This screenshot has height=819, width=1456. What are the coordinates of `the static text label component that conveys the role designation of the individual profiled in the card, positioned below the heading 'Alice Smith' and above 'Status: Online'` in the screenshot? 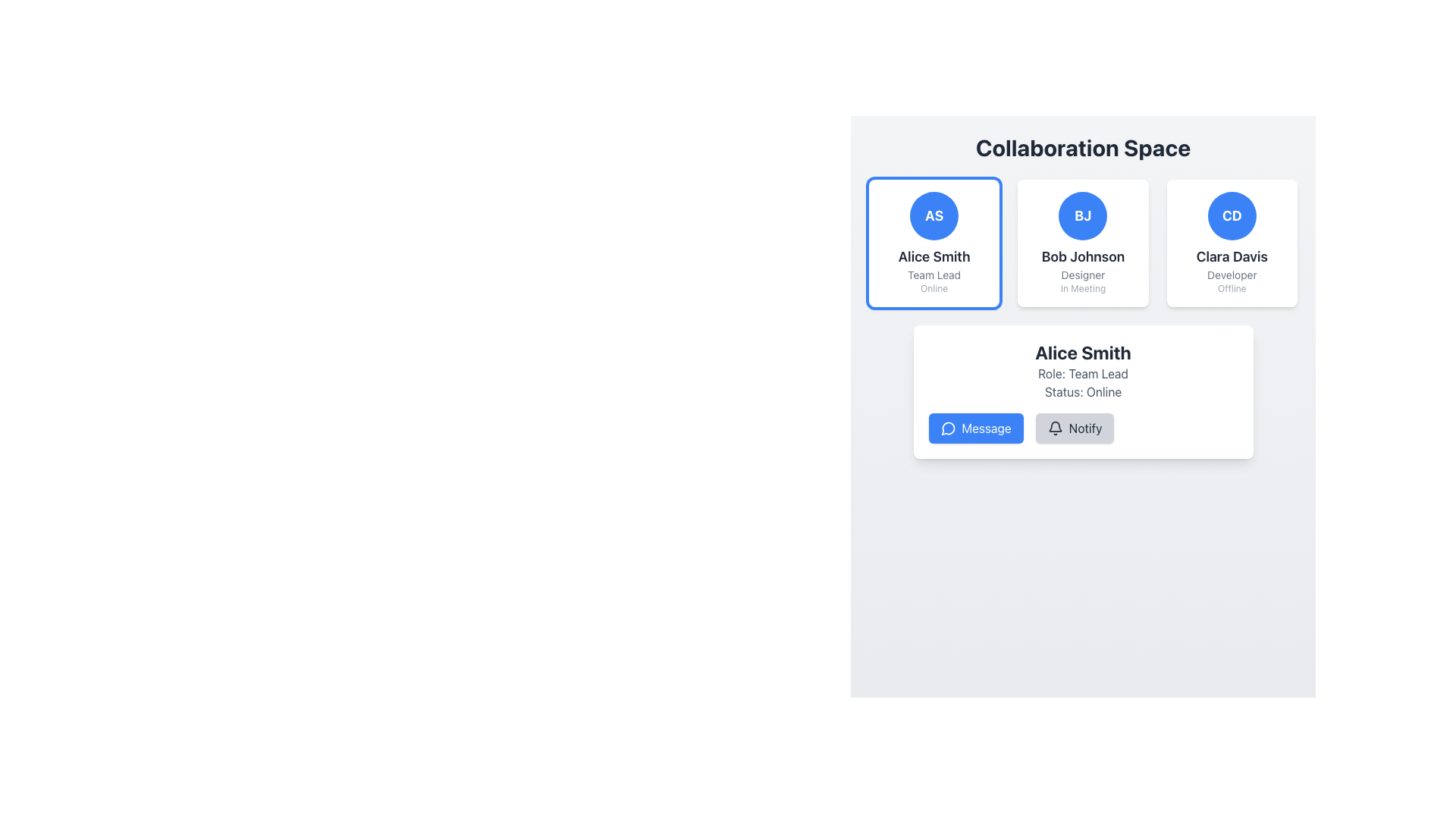 It's located at (1082, 374).